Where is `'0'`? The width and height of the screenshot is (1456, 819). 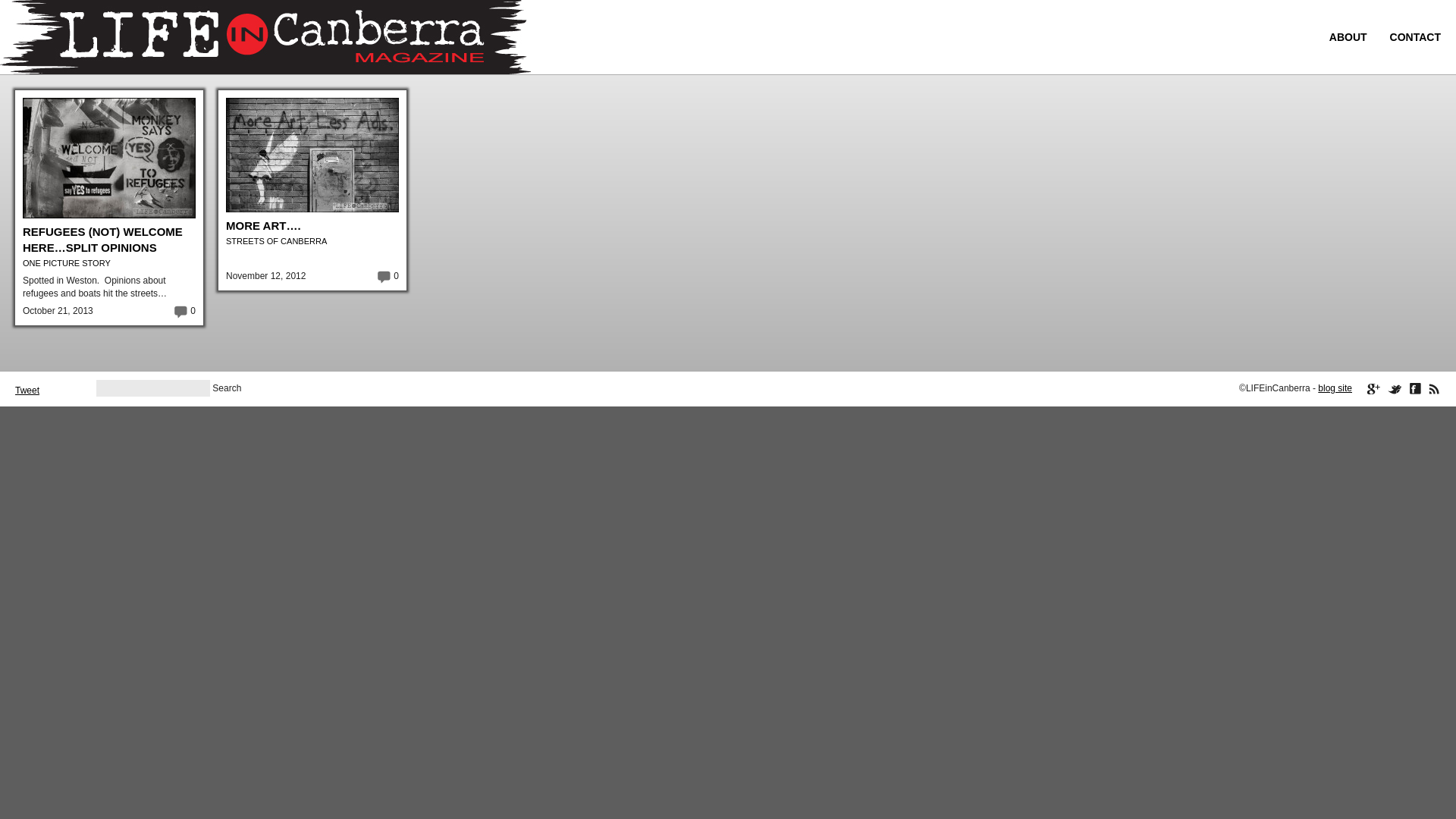
'0' is located at coordinates (172, 309).